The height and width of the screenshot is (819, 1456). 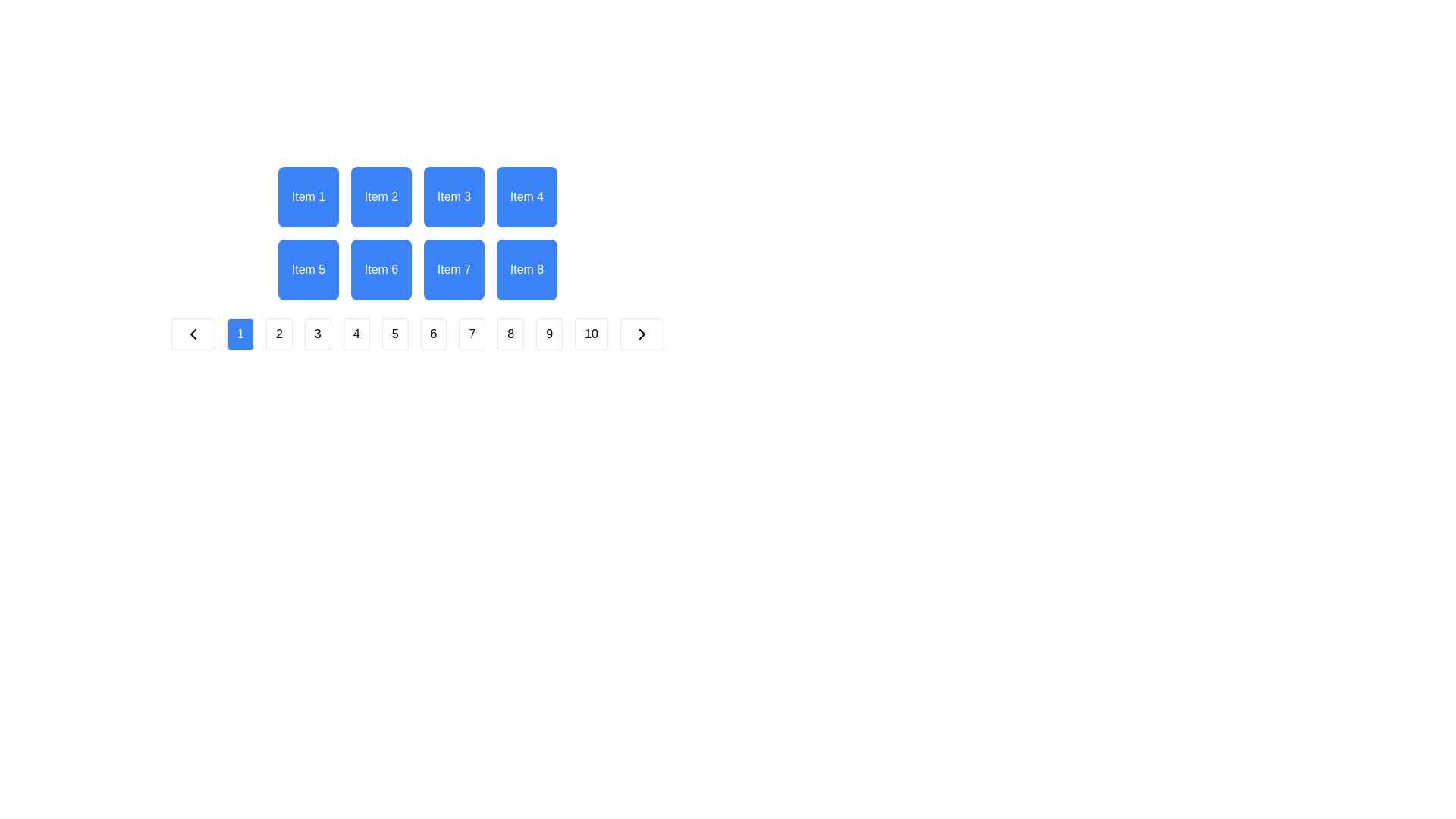 I want to click on the left-facing chevron icon located in the pagination control area, so click(x=192, y=333).